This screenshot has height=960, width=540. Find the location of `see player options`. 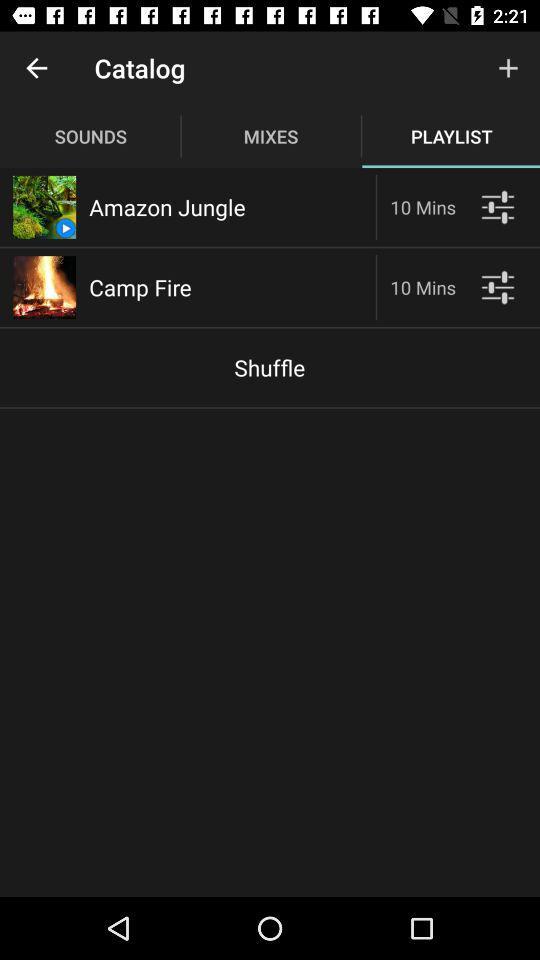

see player options is located at coordinates (496, 207).